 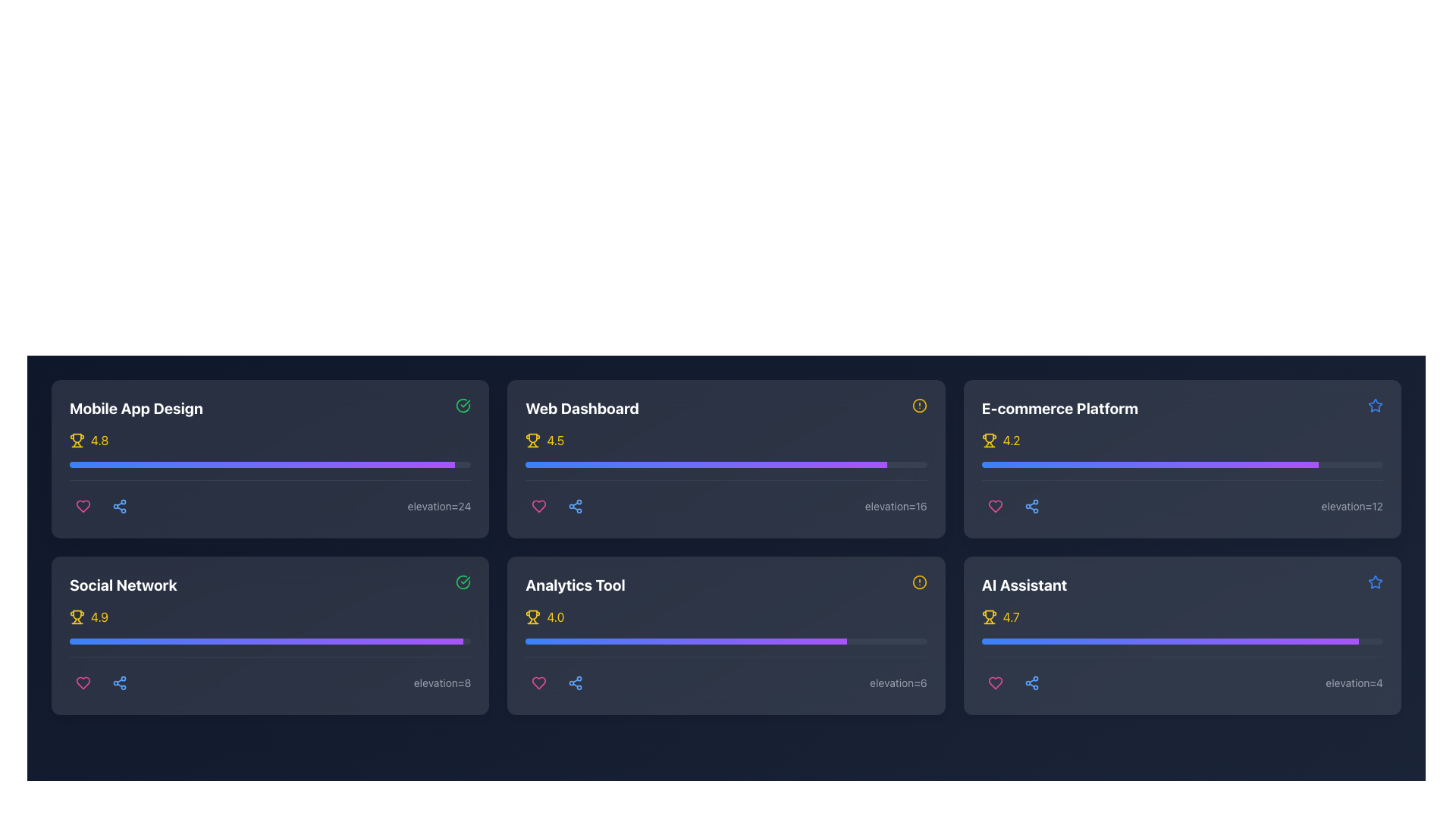 I want to click on the circular border of the alert icon located at the top-right corner of the 'Web Dashboard' card to draw attention to the critical state or notification, so click(x=918, y=405).